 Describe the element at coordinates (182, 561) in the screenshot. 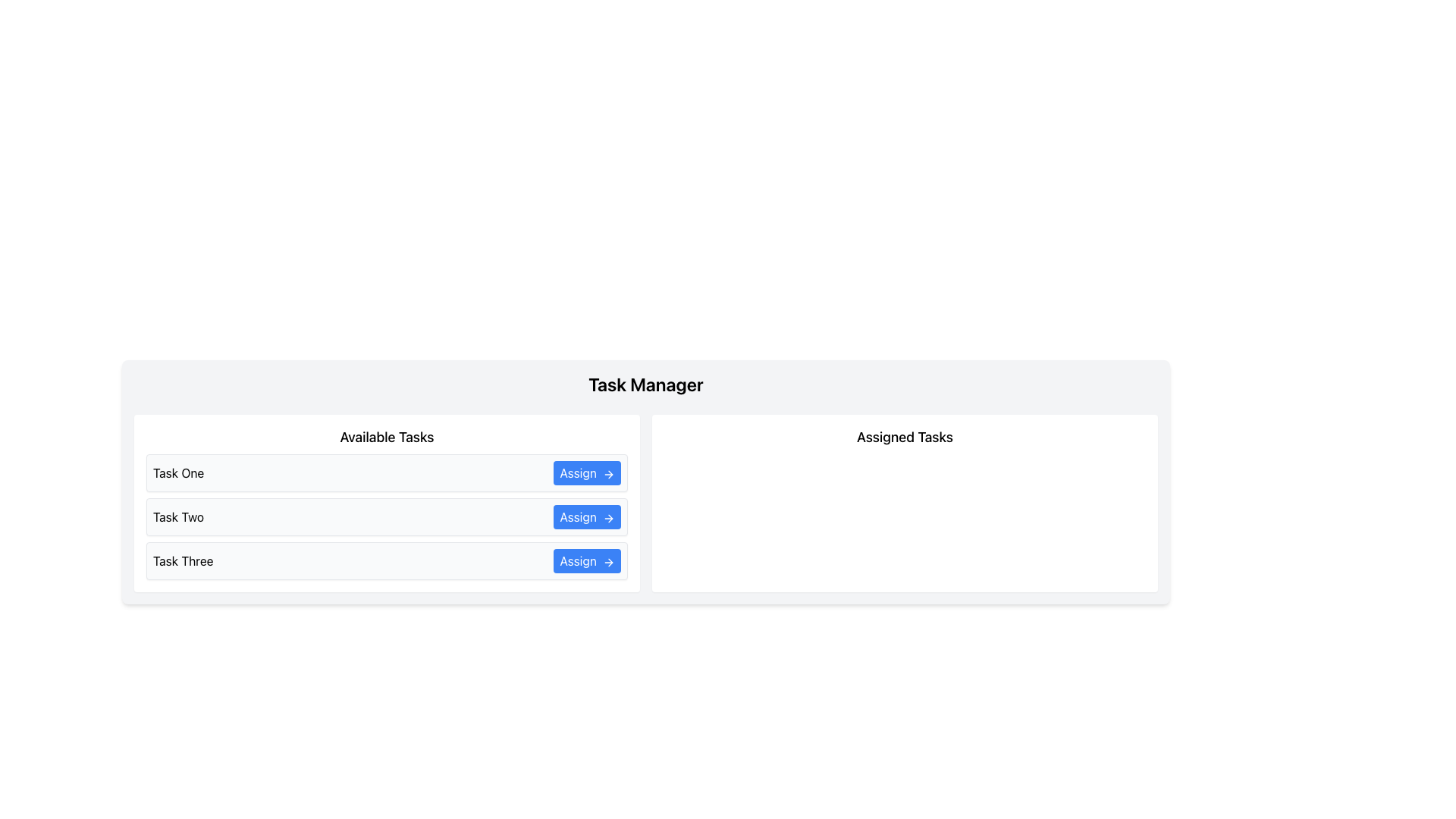

I see `the Text Label displaying 'Task Three', which is positioned under the 'Available Tasks' section and is the third task listed` at that location.